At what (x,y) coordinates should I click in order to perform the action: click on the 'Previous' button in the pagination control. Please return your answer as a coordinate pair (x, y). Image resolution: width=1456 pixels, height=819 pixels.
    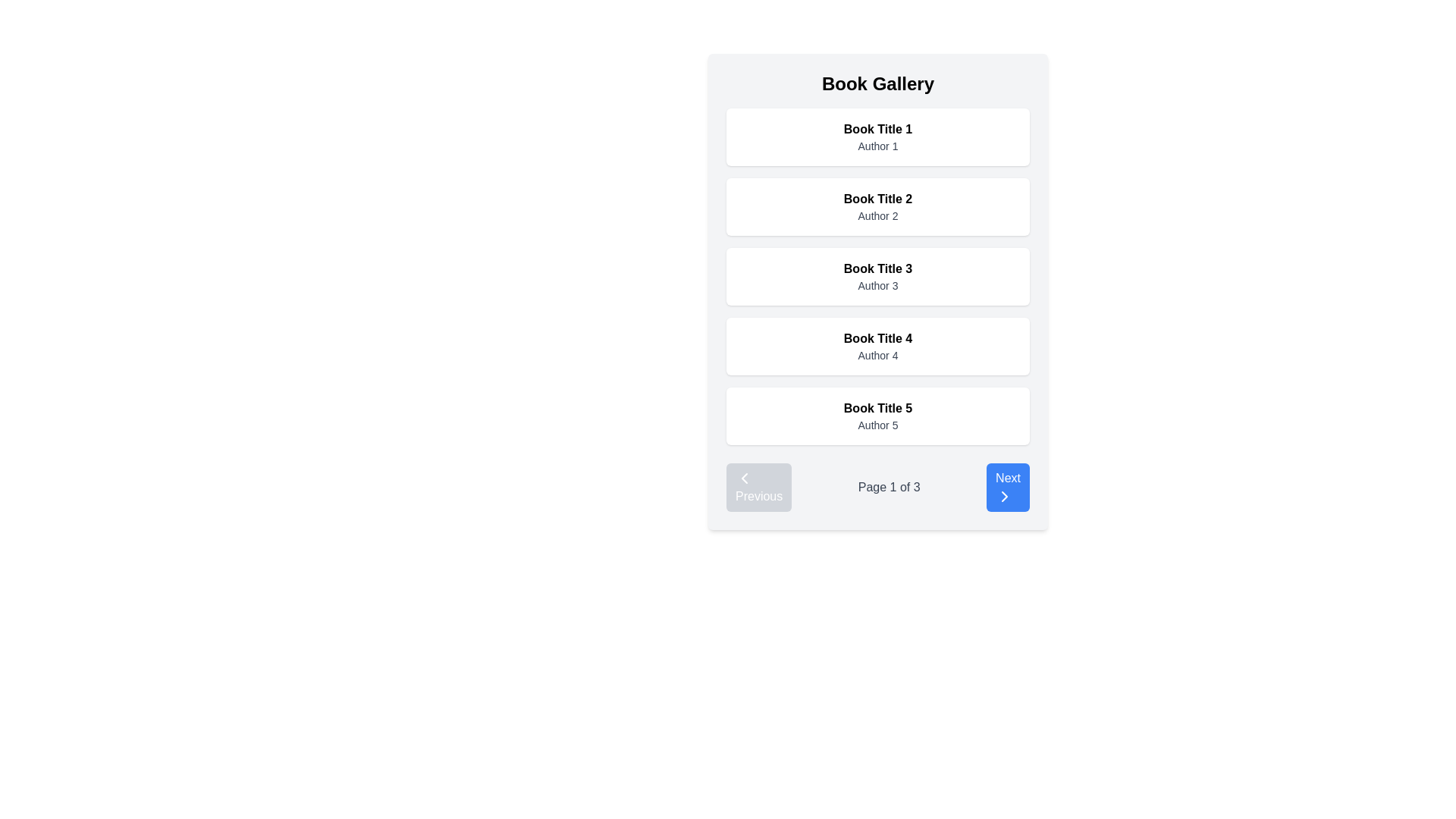
    Looking at the image, I should click on (759, 488).